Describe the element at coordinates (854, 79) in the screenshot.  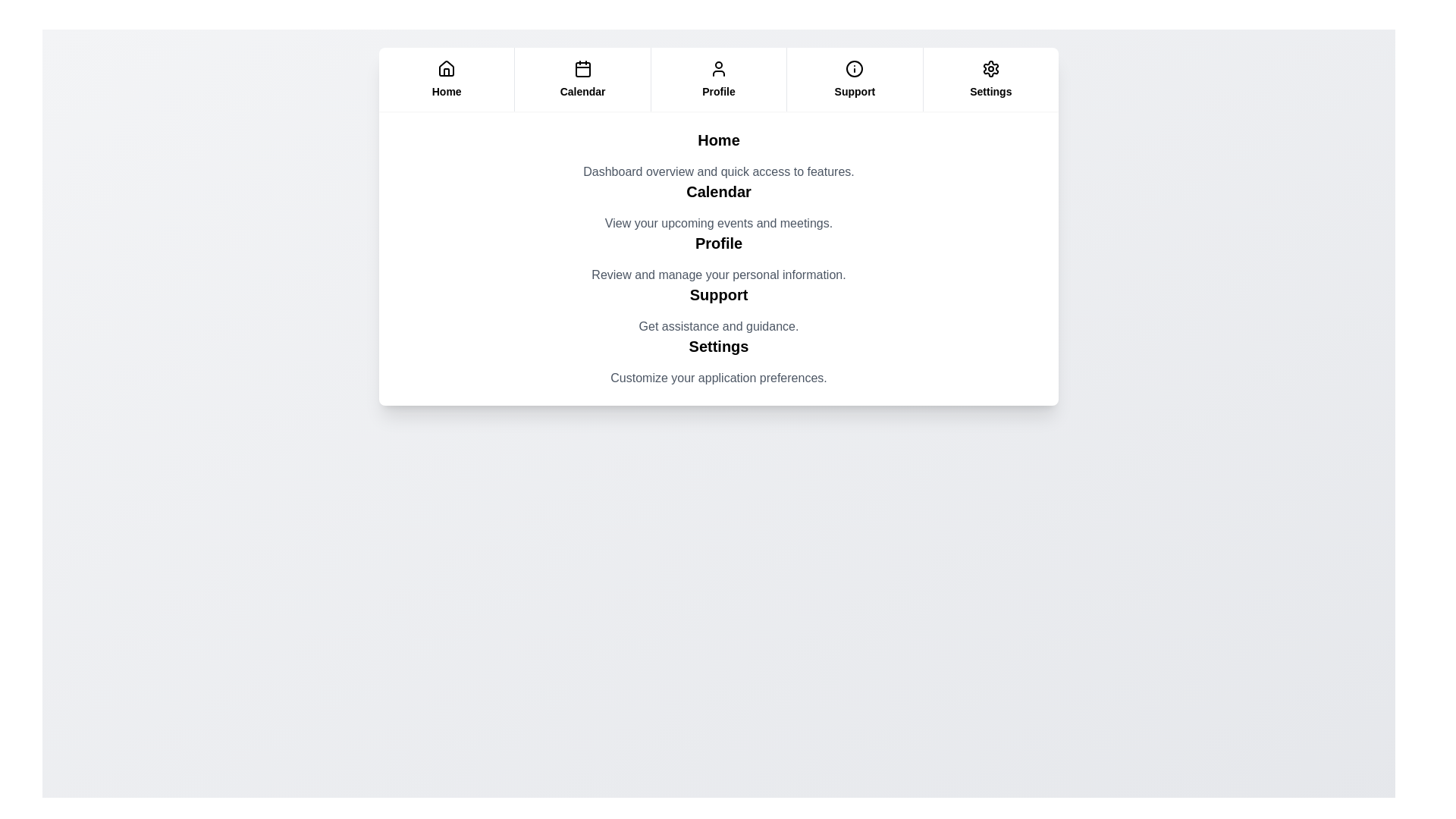
I see `the 'Support' button, which is a rectangular button with an information icon and the text 'Support' in bold, located in the horizontal navigation bar as the fourth item from the left` at that location.